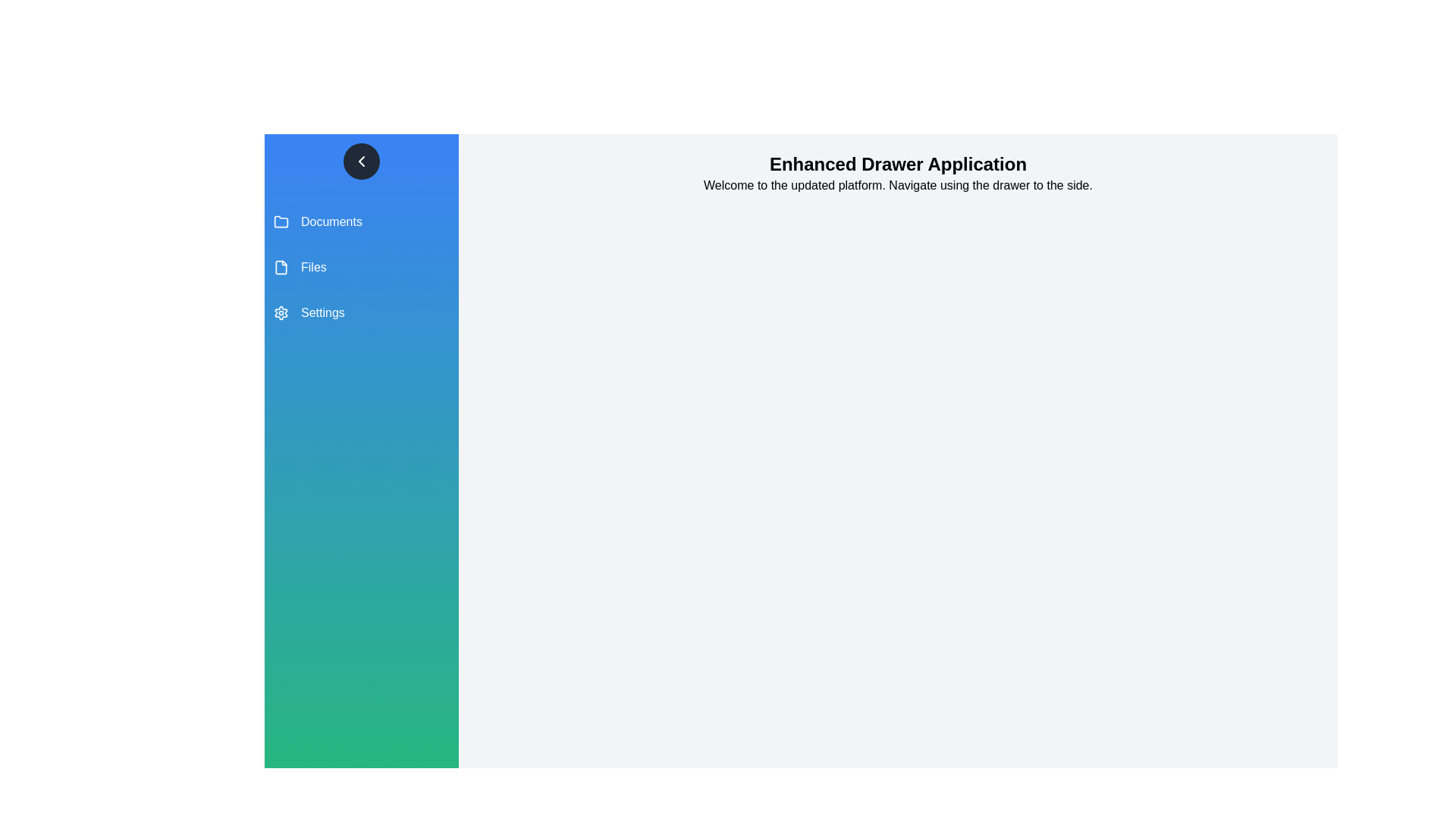 The height and width of the screenshot is (819, 1456). I want to click on toggle button to change the drawer's visibility, so click(360, 161).